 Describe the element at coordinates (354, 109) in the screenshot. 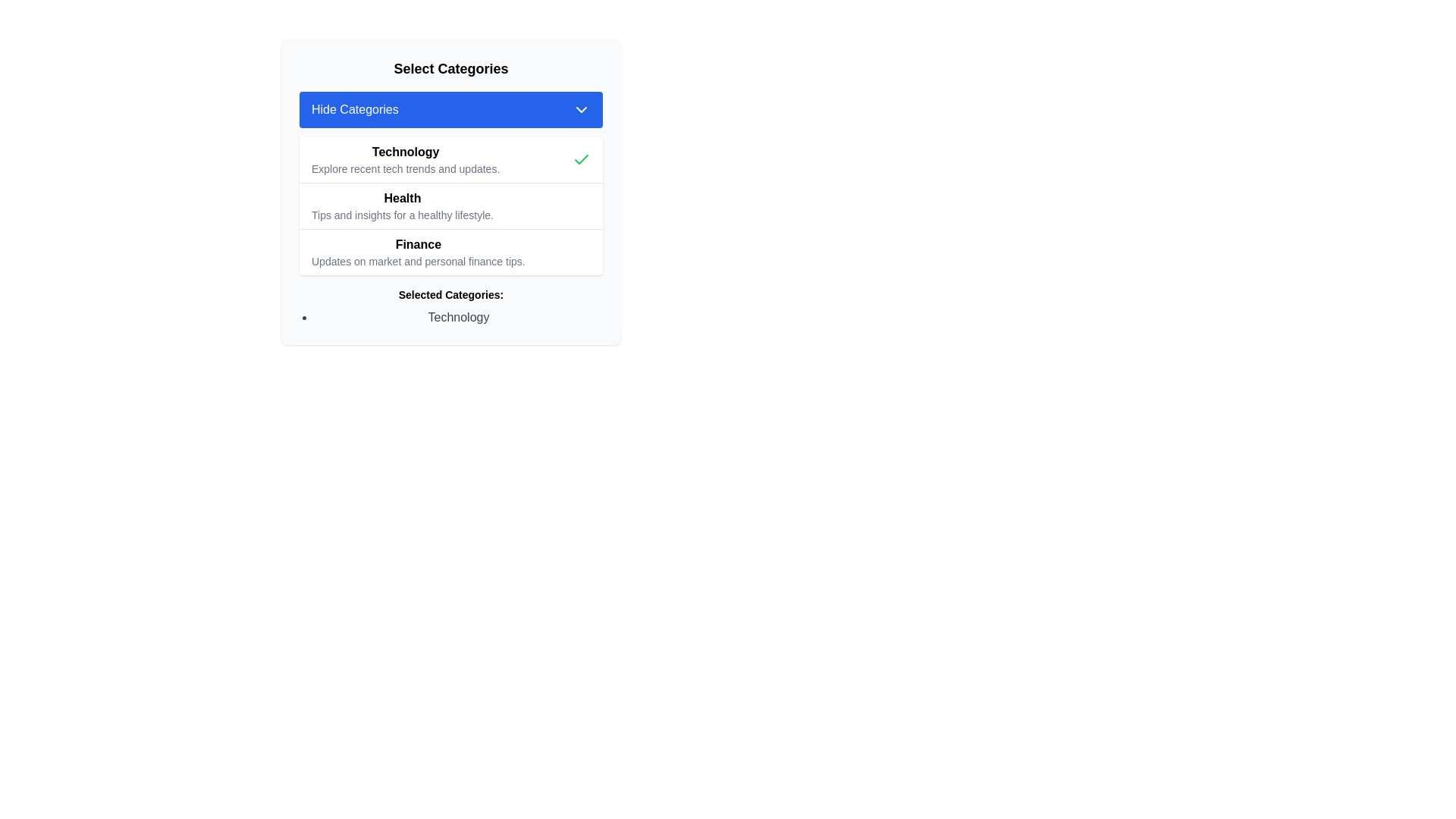

I see `information displayed on the 'Hide Categories' text label, which is bold and white on a blue button-like background` at that location.